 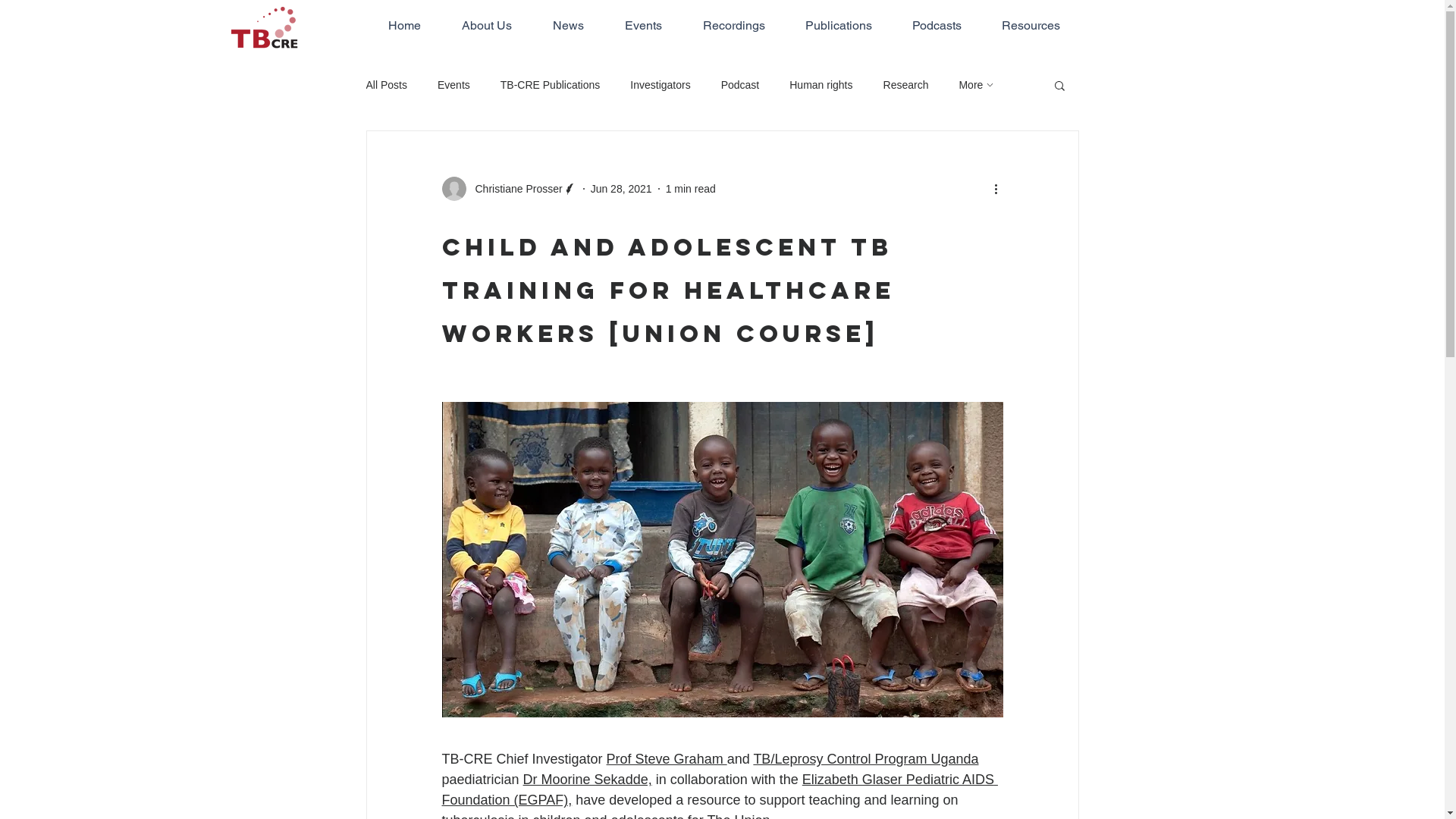 I want to click on 'TB-CRE Publications', so click(x=549, y=84).